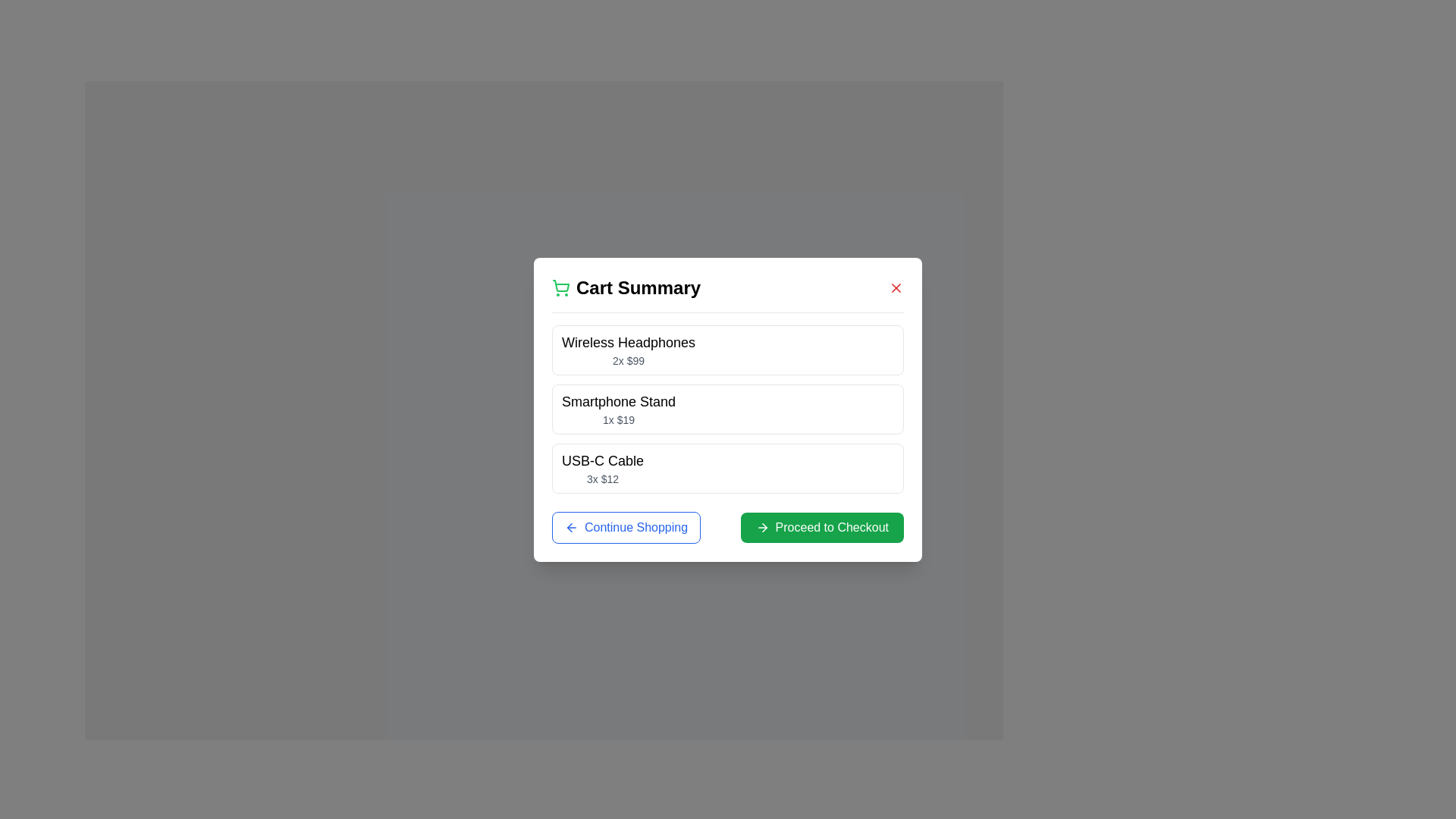 Image resolution: width=1456 pixels, height=819 pixels. Describe the element at coordinates (896, 287) in the screenshot. I see `the vibrant red 'X' icon located in the top-right corner of the 'Cart Summary' section` at that location.